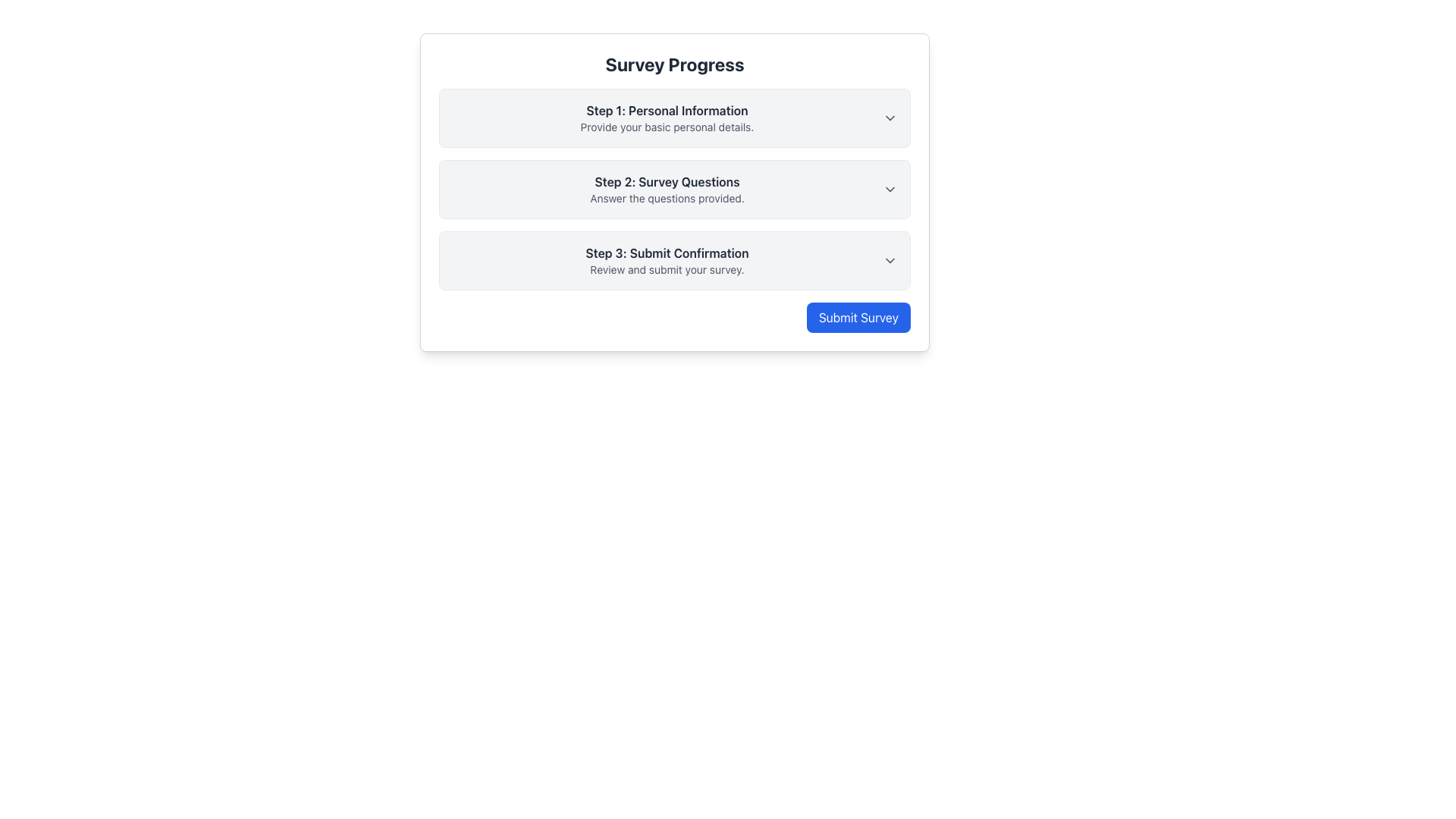 The width and height of the screenshot is (1456, 819). What do you see at coordinates (673, 189) in the screenshot?
I see `the Dropdown Header for 'Step 2: Survey Questions'` at bounding box center [673, 189].